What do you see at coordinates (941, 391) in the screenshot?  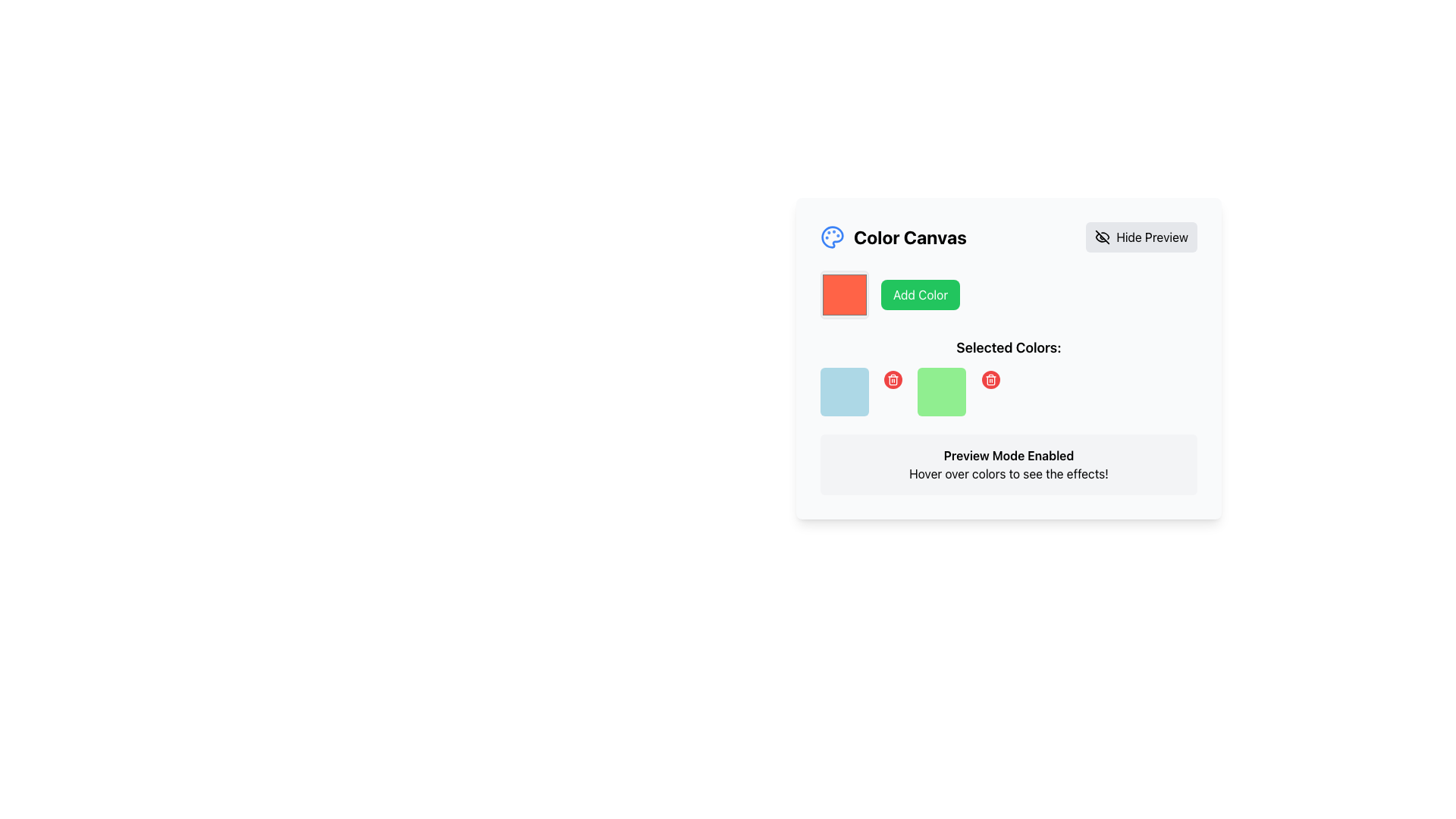 I see `the second square in the 'Selected Colors' section, which represents a selected color and is located to the right of a blue square and above a small red delete icon` at bounding box center [941, 391].